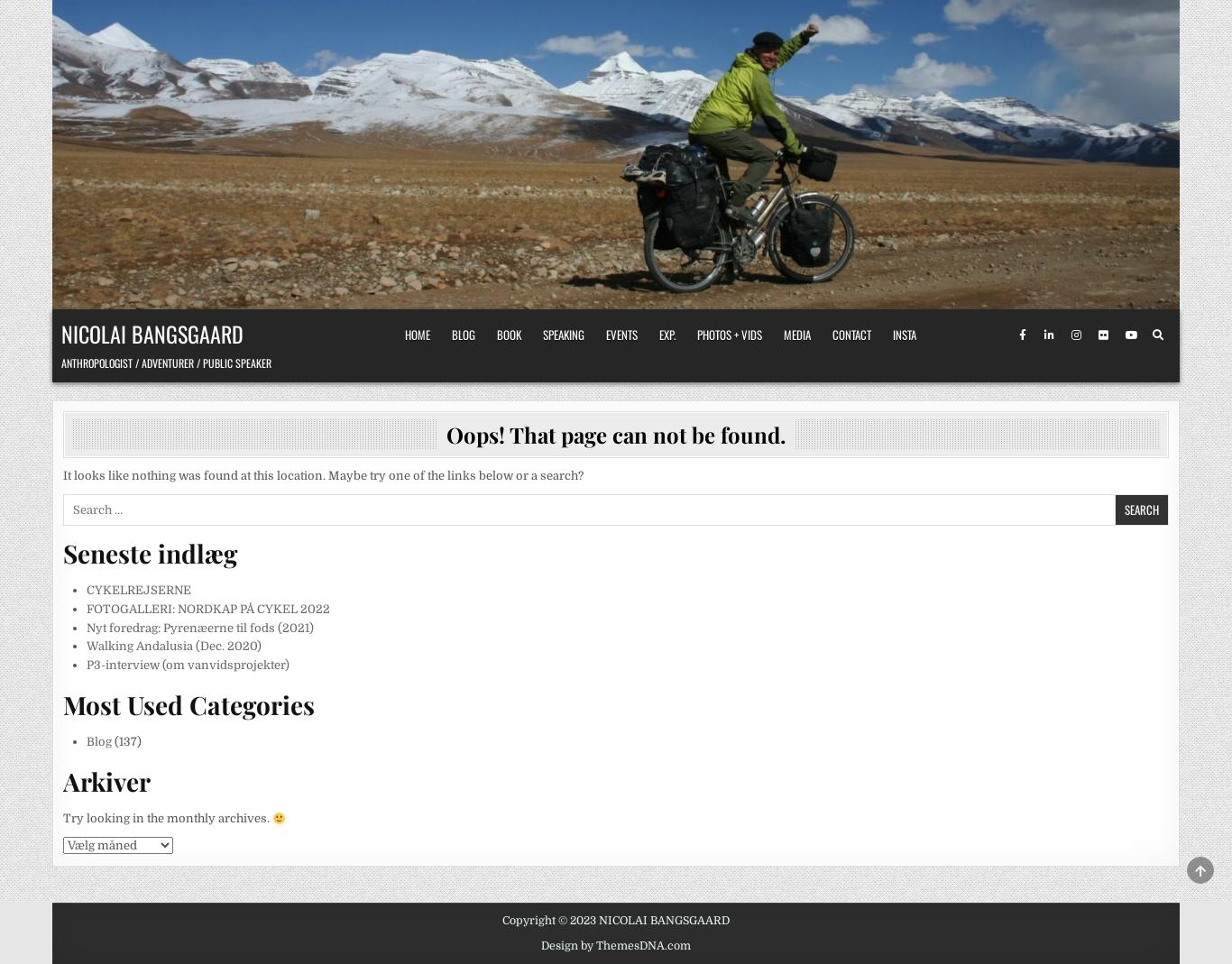  I want to click on 'Nyt foredrag: Pyrenæerne til fods (2021)', so click(87, 626).